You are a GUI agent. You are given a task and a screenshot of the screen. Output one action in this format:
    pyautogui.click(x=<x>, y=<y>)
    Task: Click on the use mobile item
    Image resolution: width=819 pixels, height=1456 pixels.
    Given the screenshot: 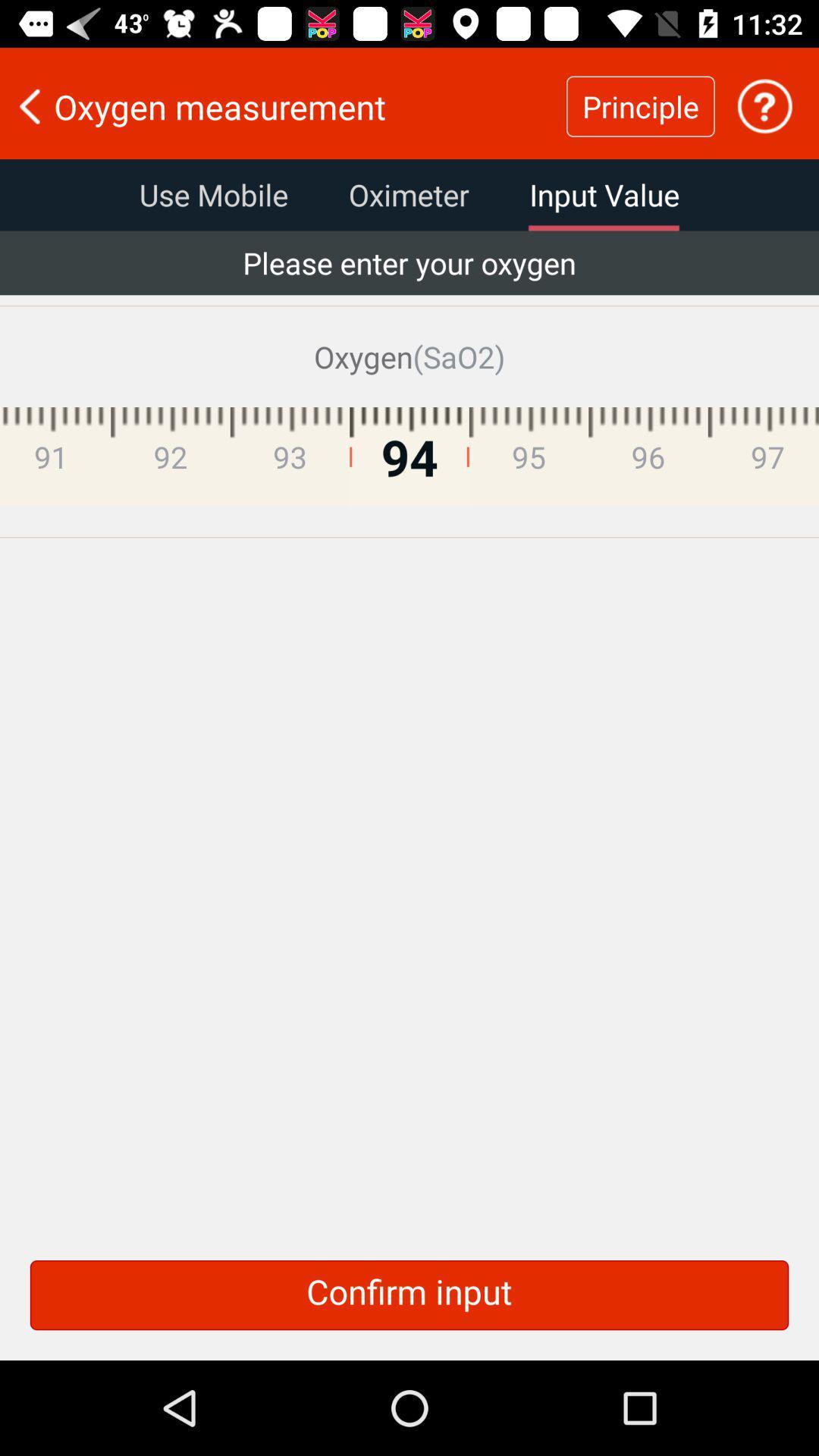 What is the action you would take?
    pyautogui.click(x=213, y=194)
    